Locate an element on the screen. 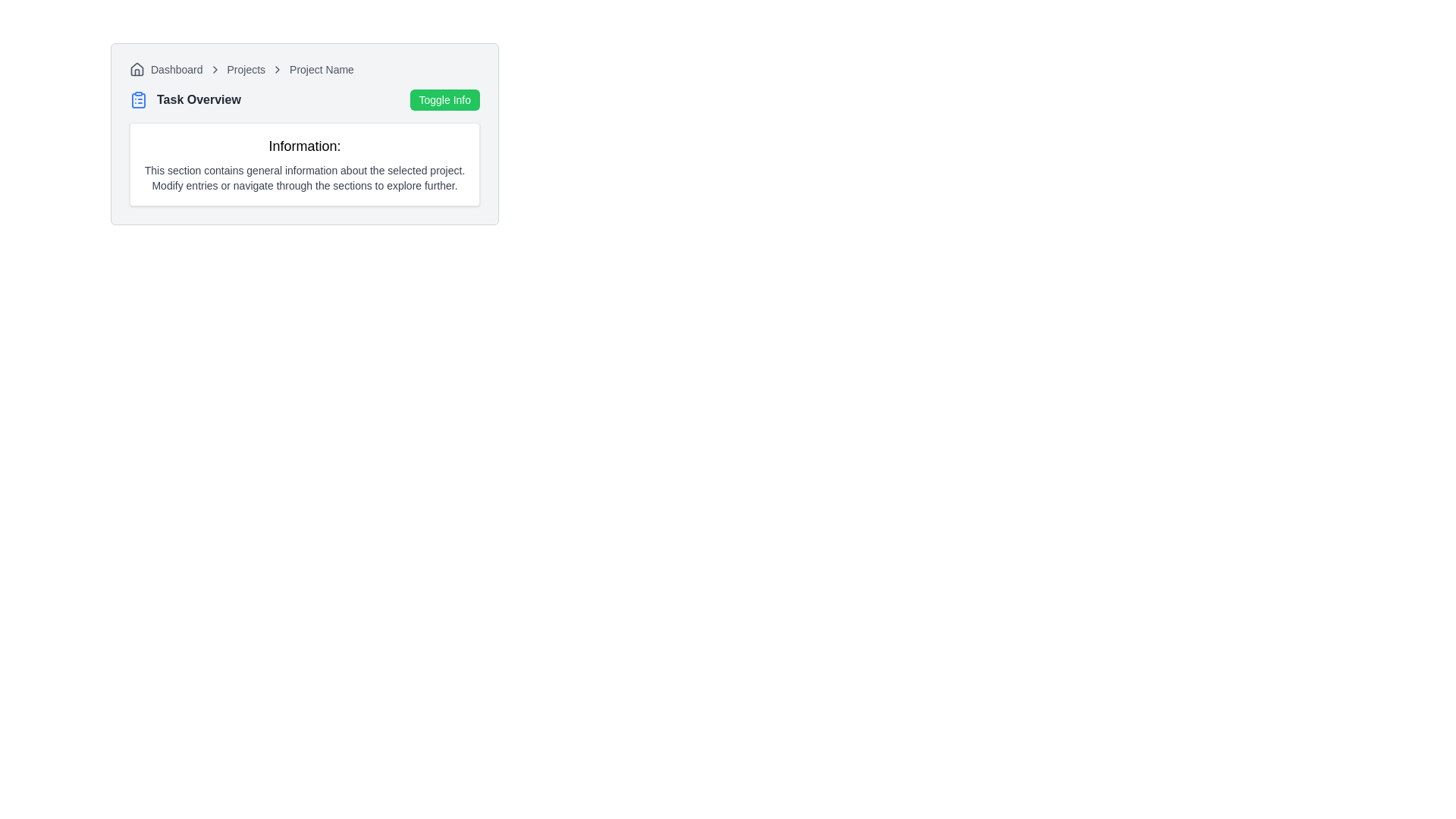 The image size is (1456, 819). the Breadcrumb link for 'Projects' located in the breadcrumb navigation bar is located at coordinates (246, 70).